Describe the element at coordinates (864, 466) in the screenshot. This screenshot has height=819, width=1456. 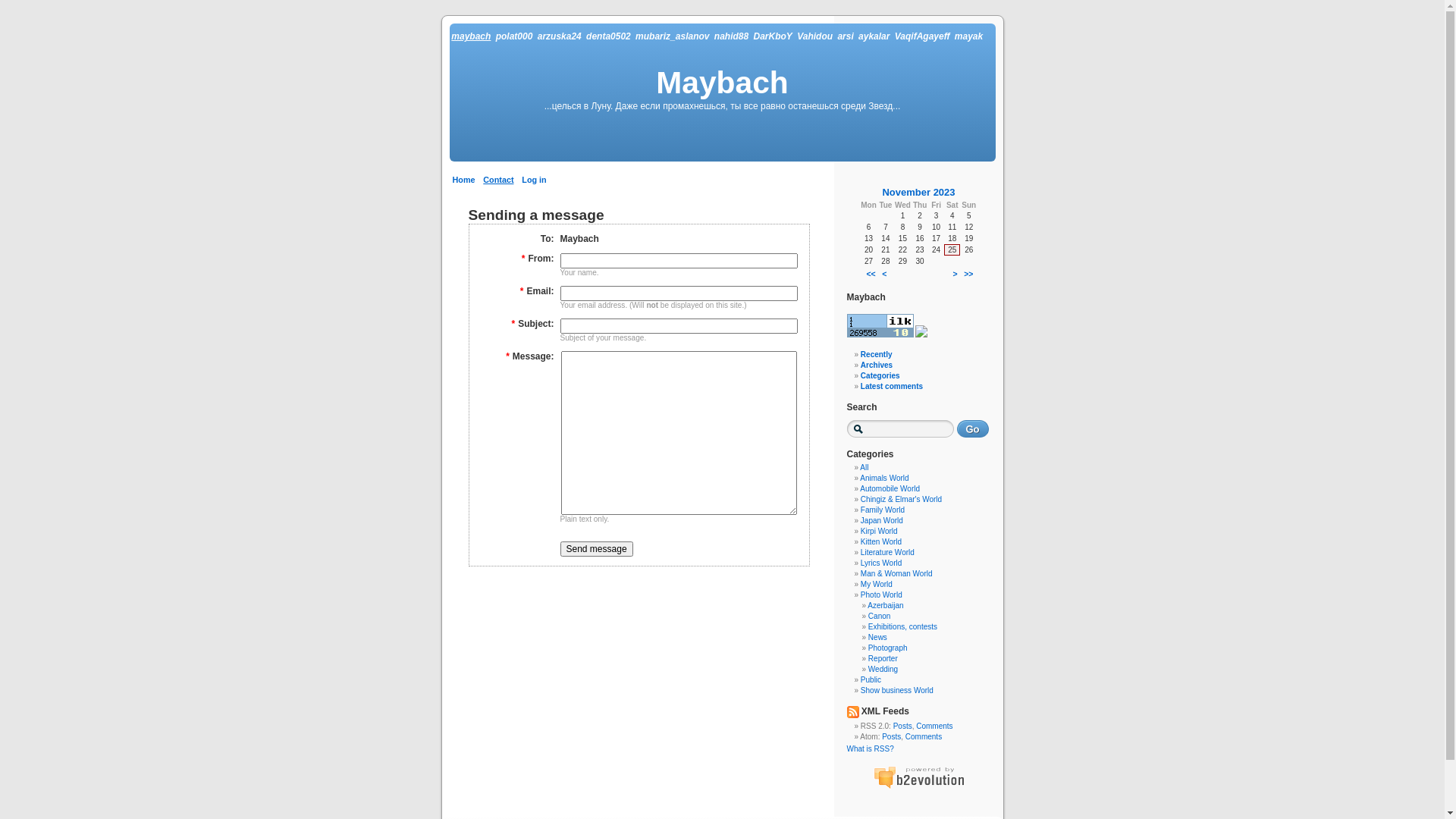
I see `'All'` at that location.